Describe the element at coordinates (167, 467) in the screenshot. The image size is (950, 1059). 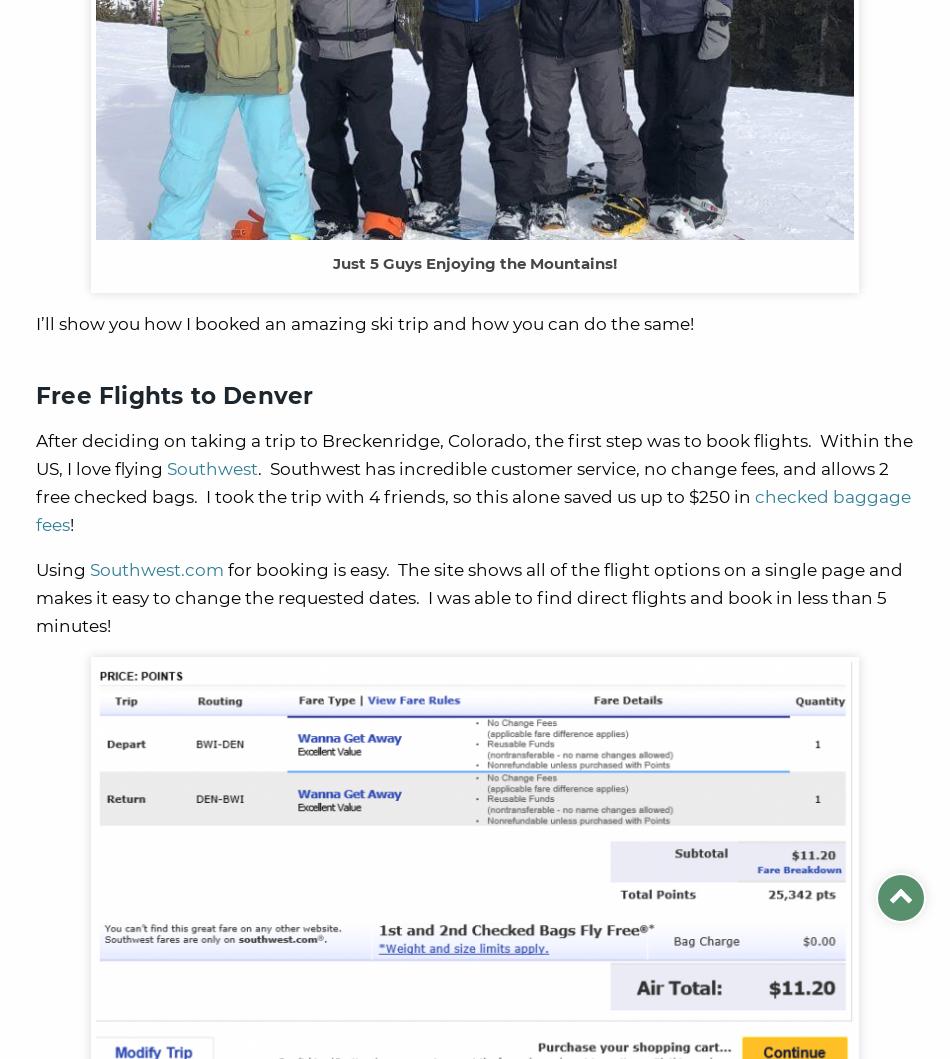
I see `'Southwest'` at that location.